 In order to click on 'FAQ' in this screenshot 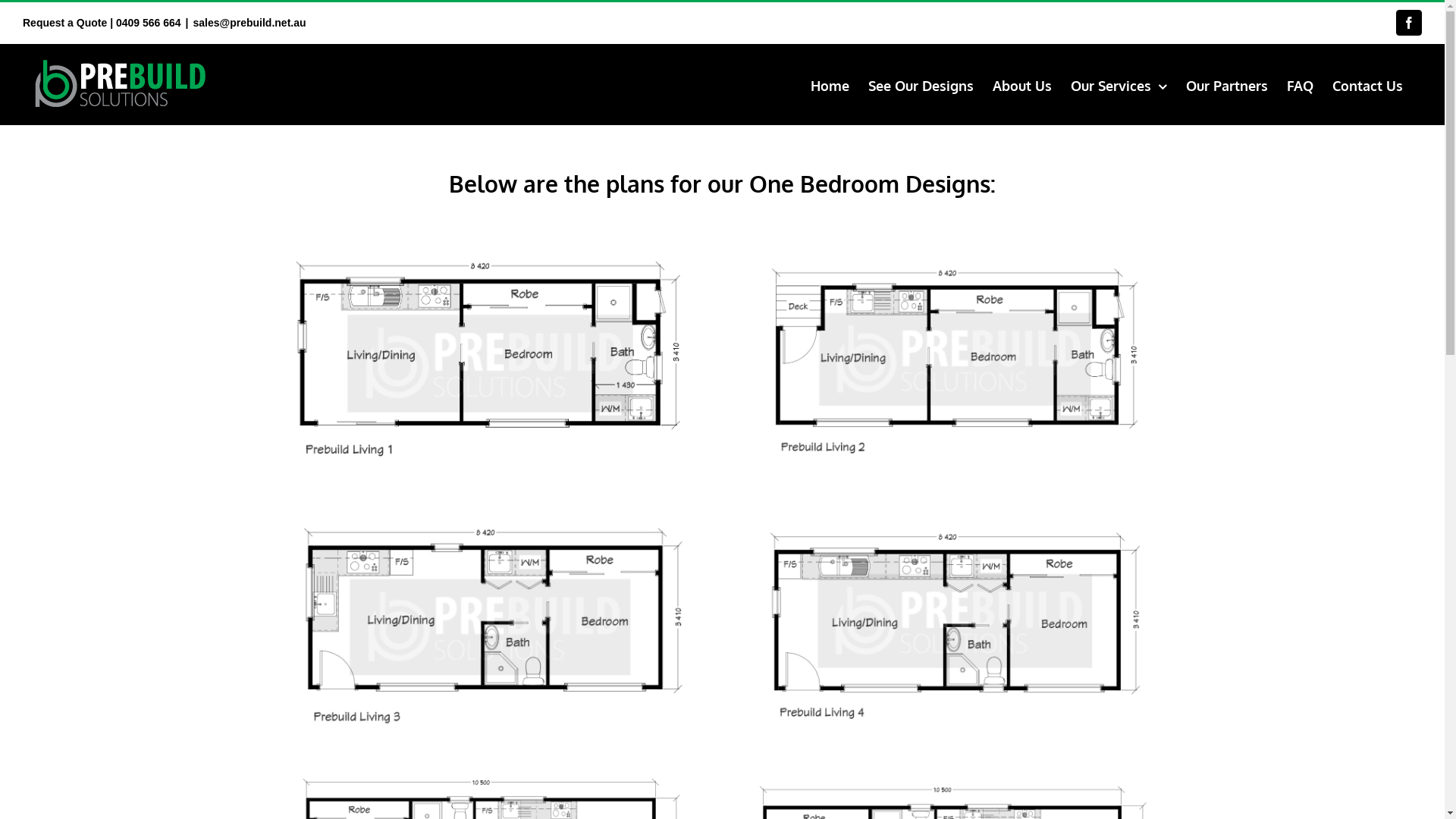, I will do `click(1299, 84)`.